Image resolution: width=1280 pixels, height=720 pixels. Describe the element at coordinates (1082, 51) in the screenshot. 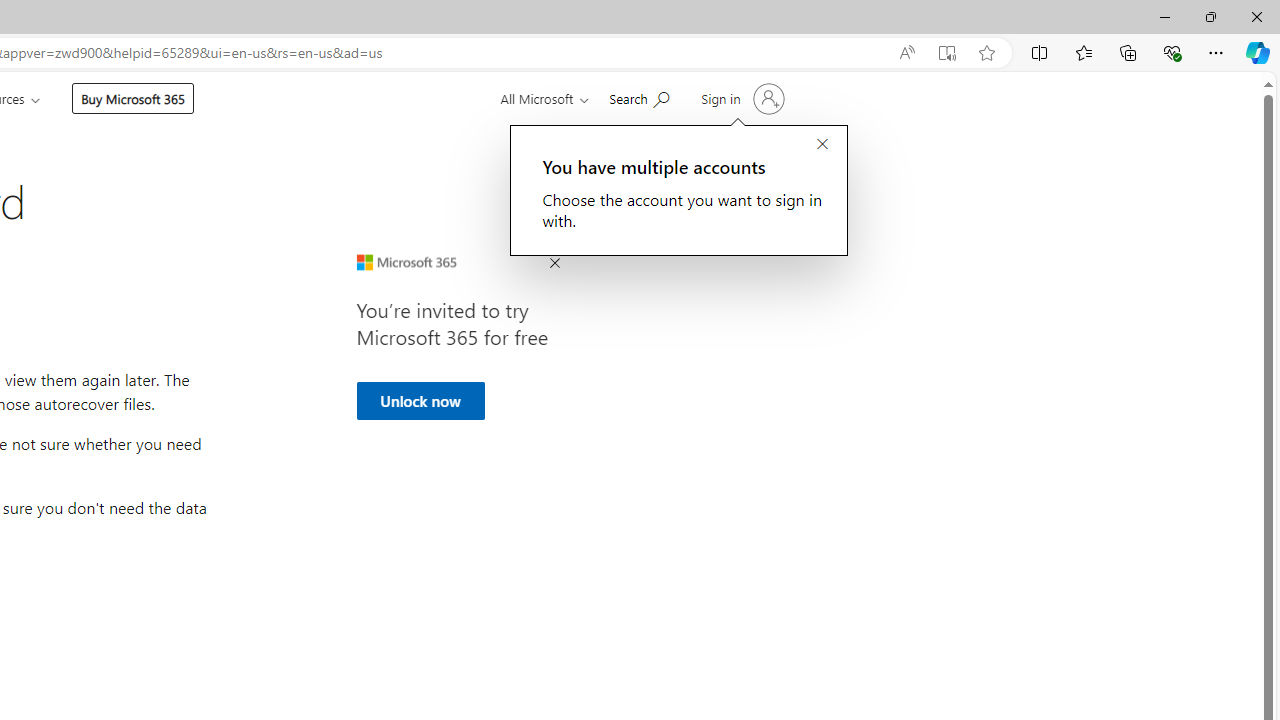

I see `'Favorites'` at that location.